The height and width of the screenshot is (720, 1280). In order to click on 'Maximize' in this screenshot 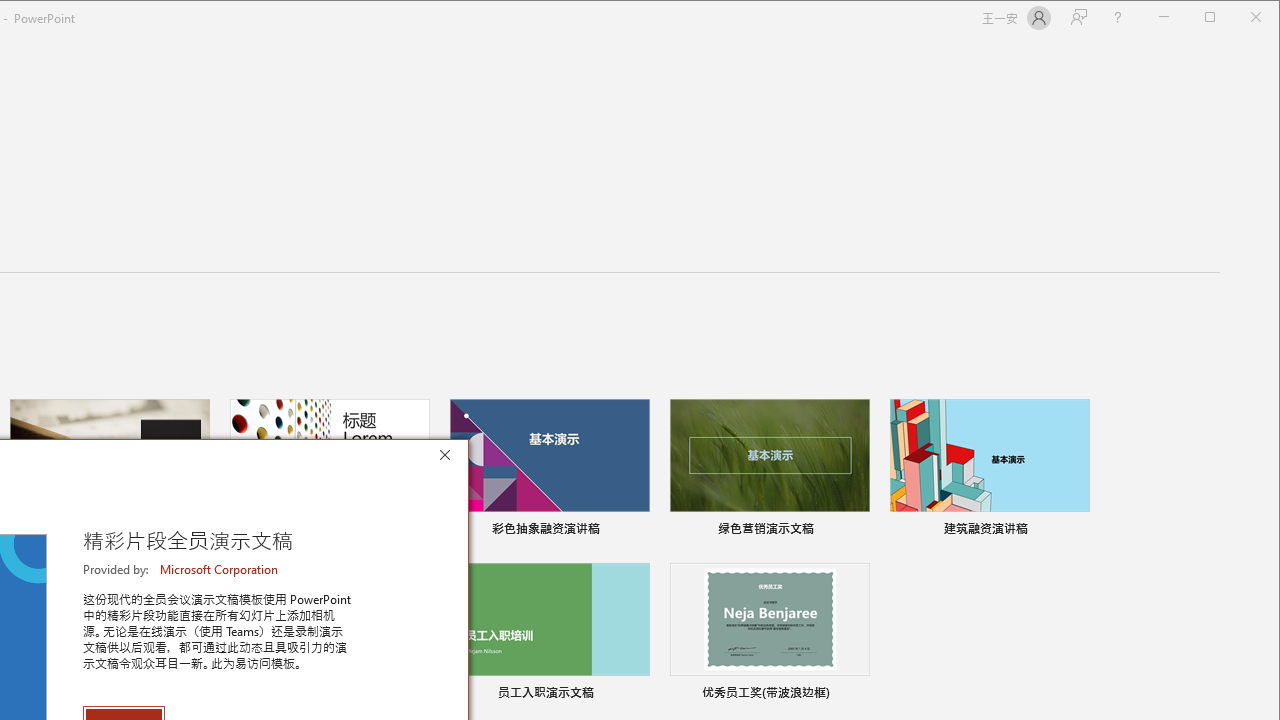, I will do `click(1238, 19)`.